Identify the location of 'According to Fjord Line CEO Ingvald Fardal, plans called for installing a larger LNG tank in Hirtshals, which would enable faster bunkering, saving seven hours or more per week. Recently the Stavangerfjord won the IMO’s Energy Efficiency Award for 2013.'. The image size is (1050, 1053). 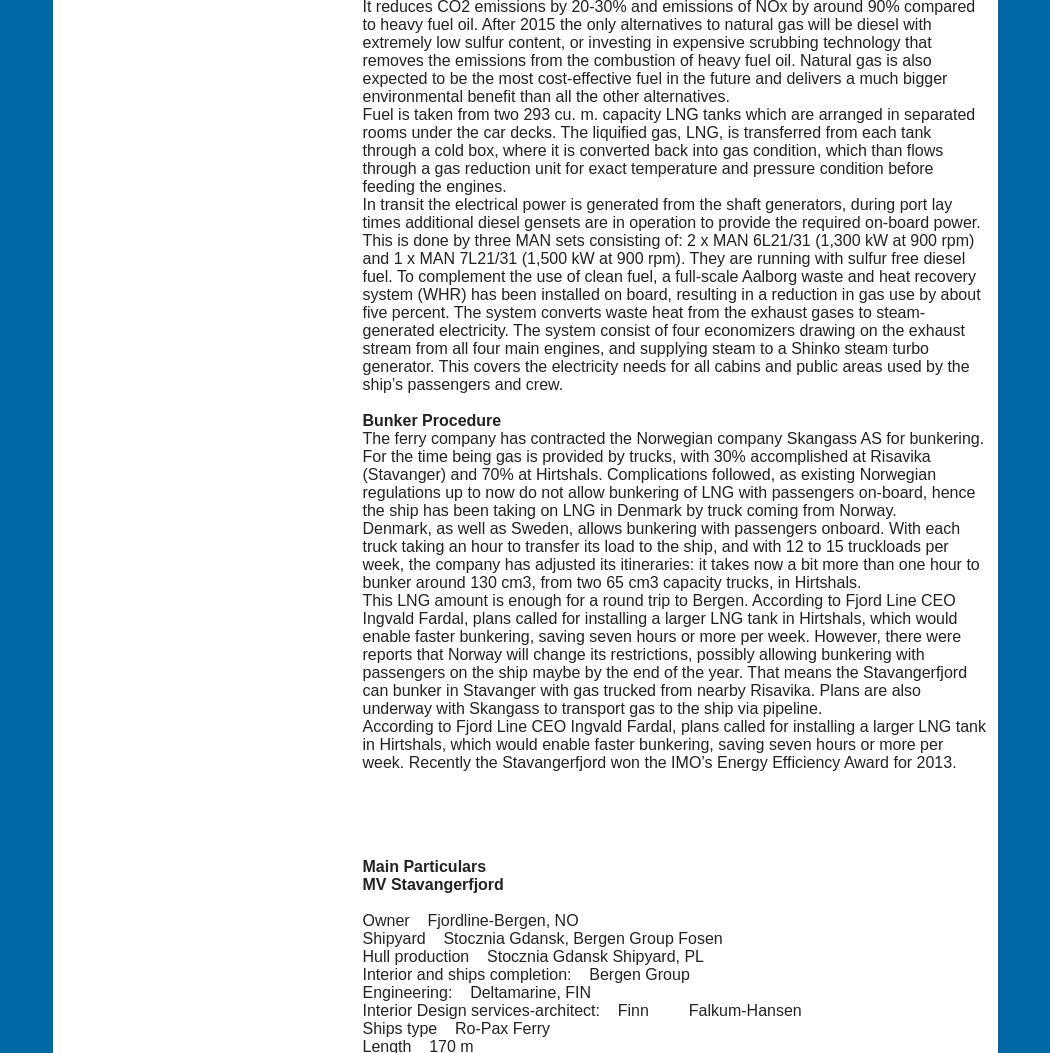
(672, 742).